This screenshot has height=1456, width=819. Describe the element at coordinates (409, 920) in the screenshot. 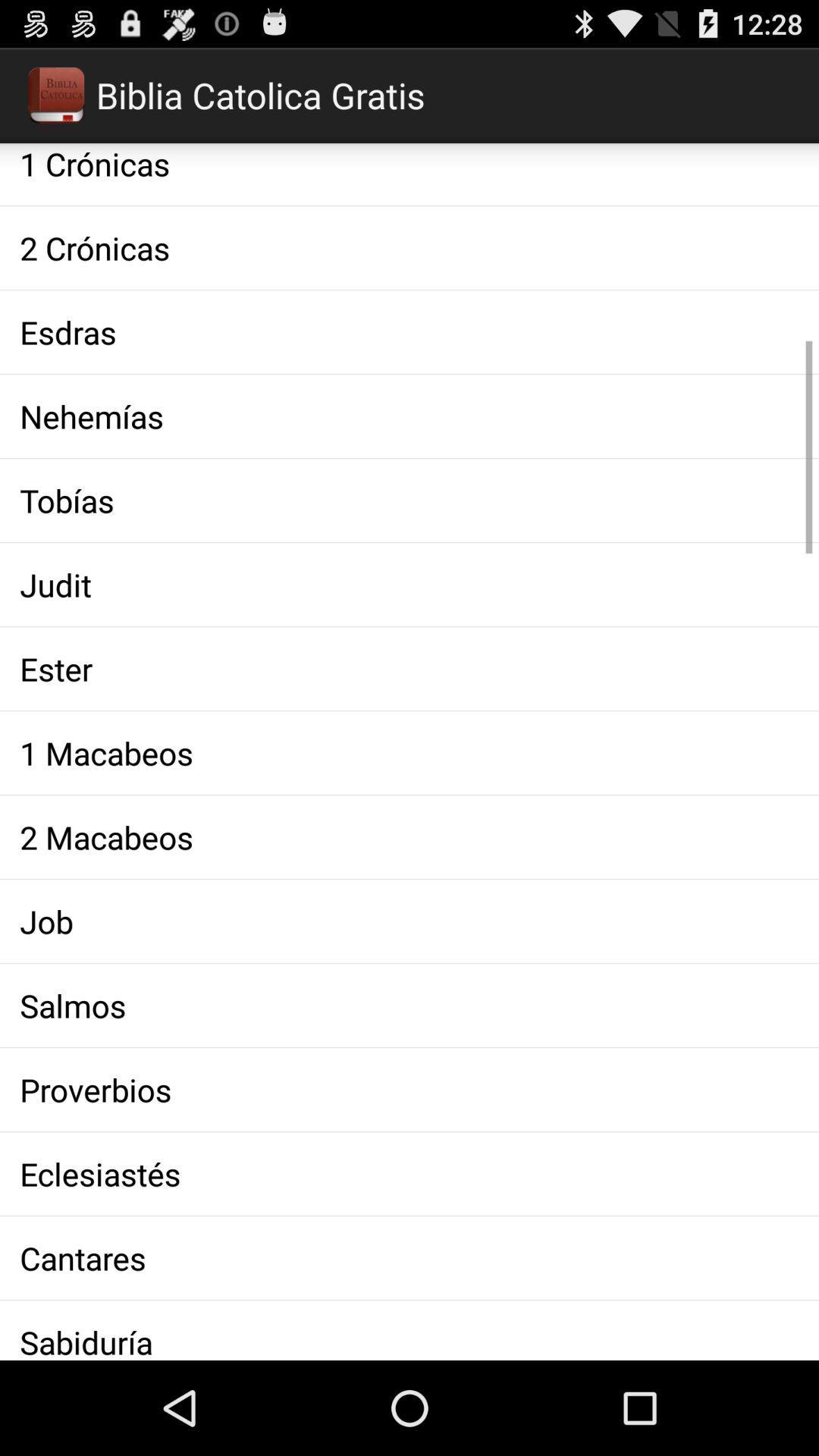

I see `the job app` at that location.